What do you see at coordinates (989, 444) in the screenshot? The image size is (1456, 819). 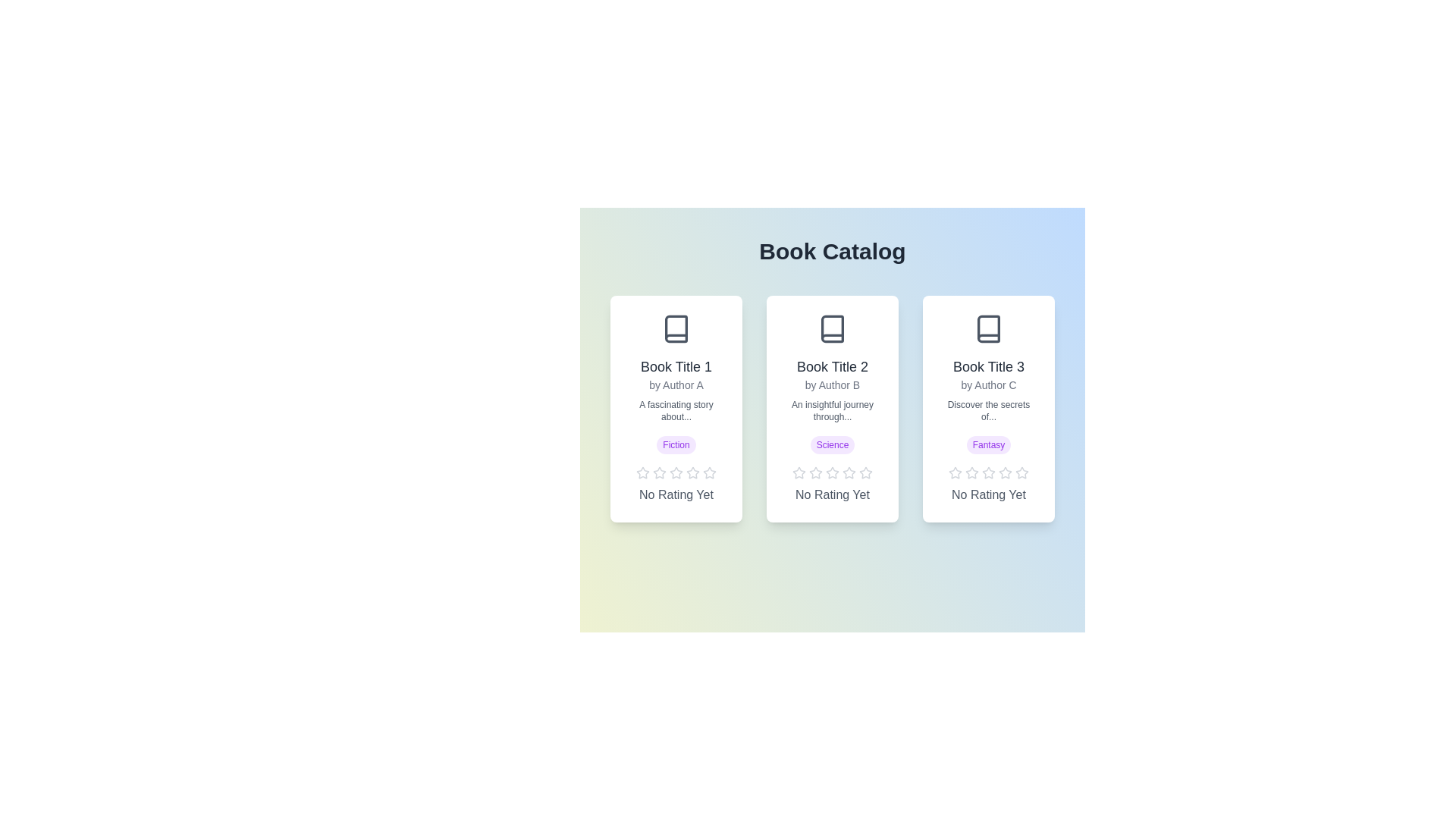 I see `the genre tag Fantasy to interact with it` at bounding box center [989, 444].